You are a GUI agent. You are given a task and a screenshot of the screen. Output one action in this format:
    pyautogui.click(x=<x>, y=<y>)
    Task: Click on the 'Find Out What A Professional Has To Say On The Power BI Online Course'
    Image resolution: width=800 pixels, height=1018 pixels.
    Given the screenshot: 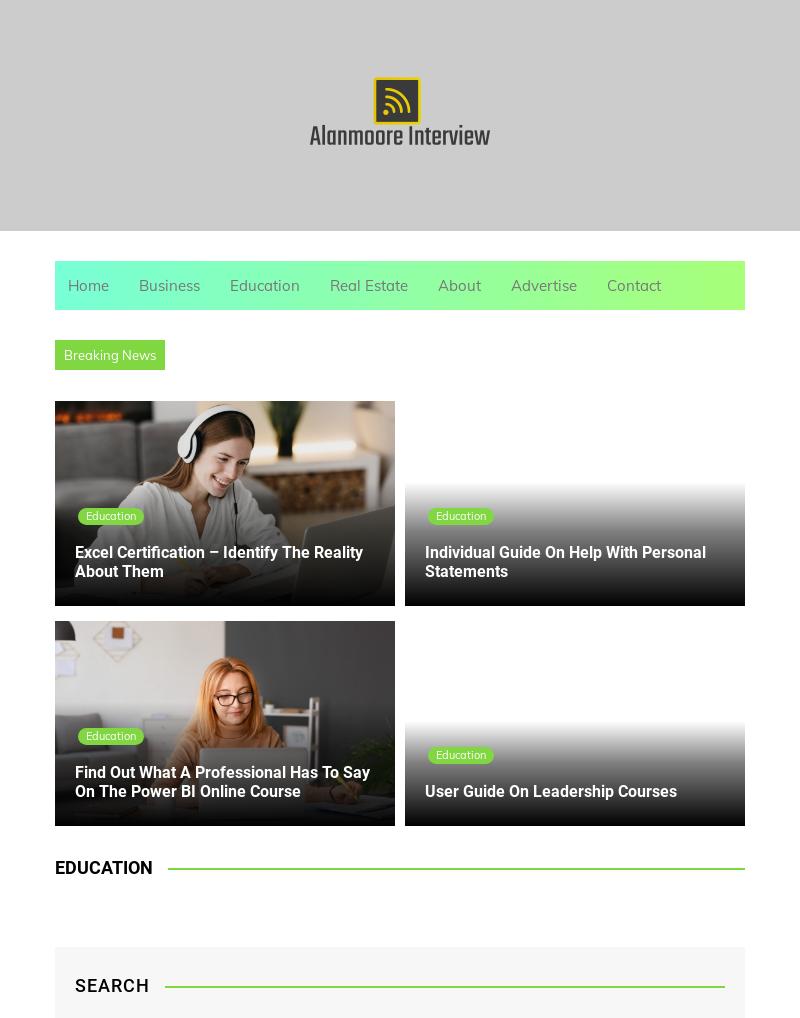 What is the action you would take?
    pyautogui.click(x=222, y=781)
    